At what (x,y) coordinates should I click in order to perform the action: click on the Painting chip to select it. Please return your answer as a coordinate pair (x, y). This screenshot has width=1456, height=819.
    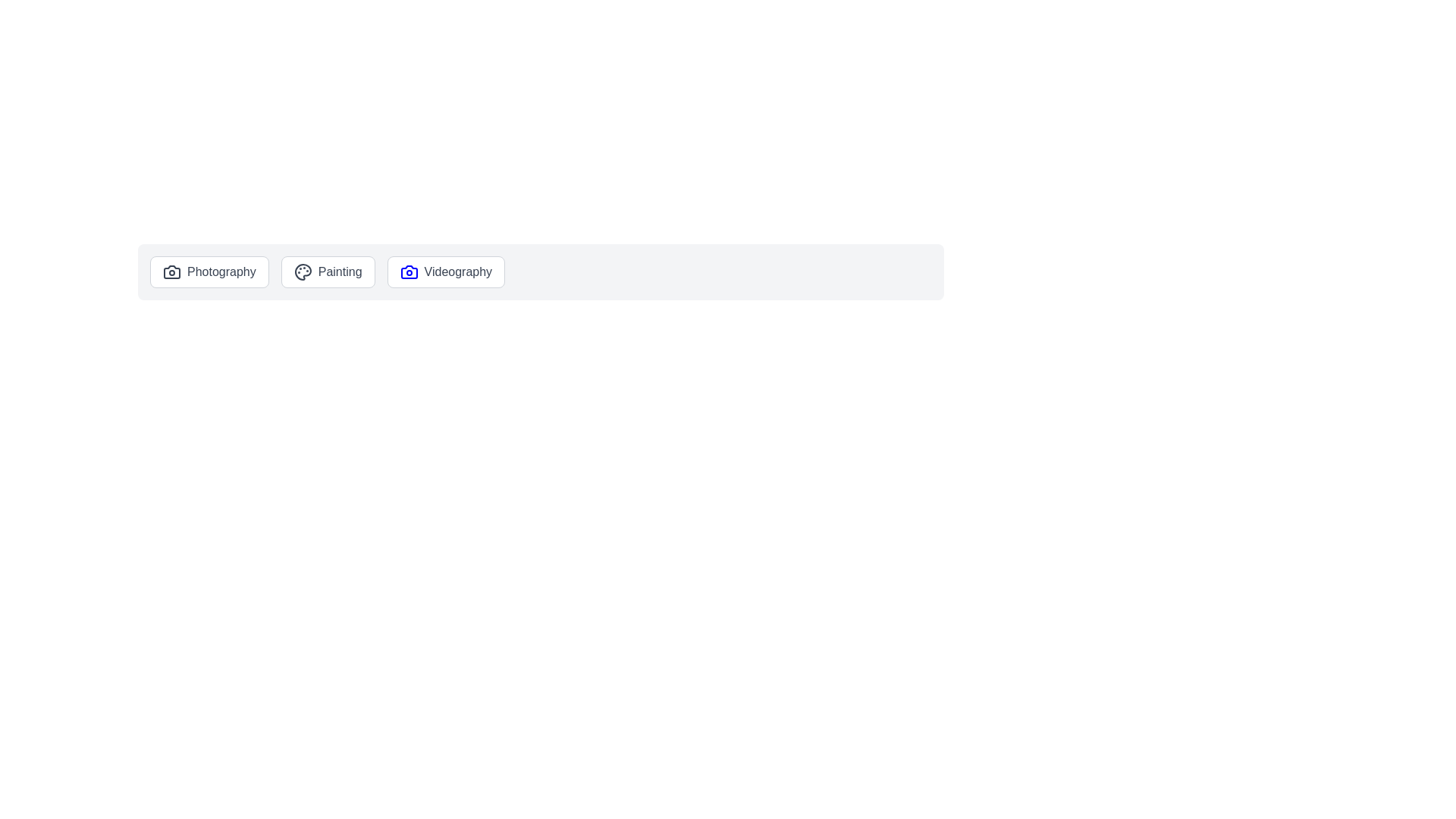
    Looking at the image, I should click on (327, 271).